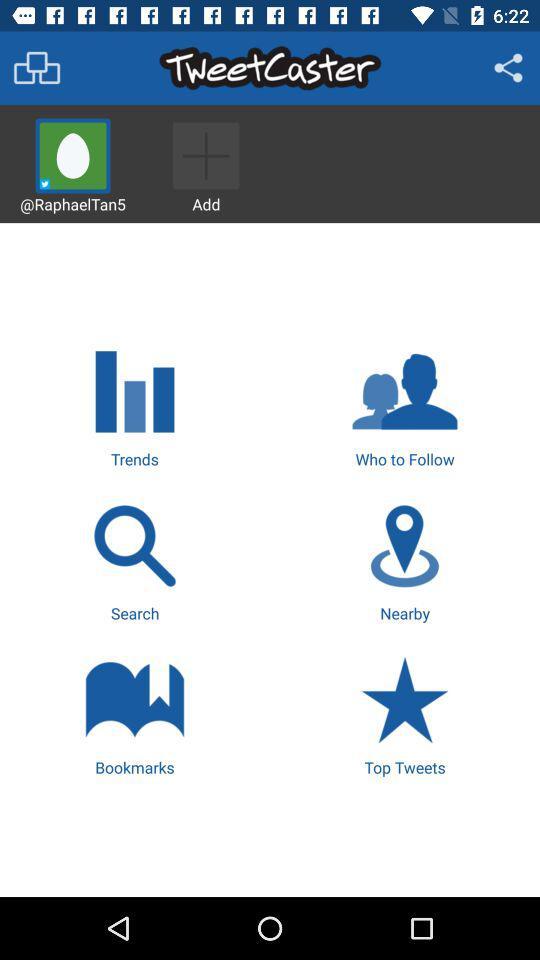 The height and width of the screenshot is (960, 540). What do you see at coordinates (135, 560) in the screenshot?
I see `the item to the left of the nearby item` at bounding box center [135, 560].